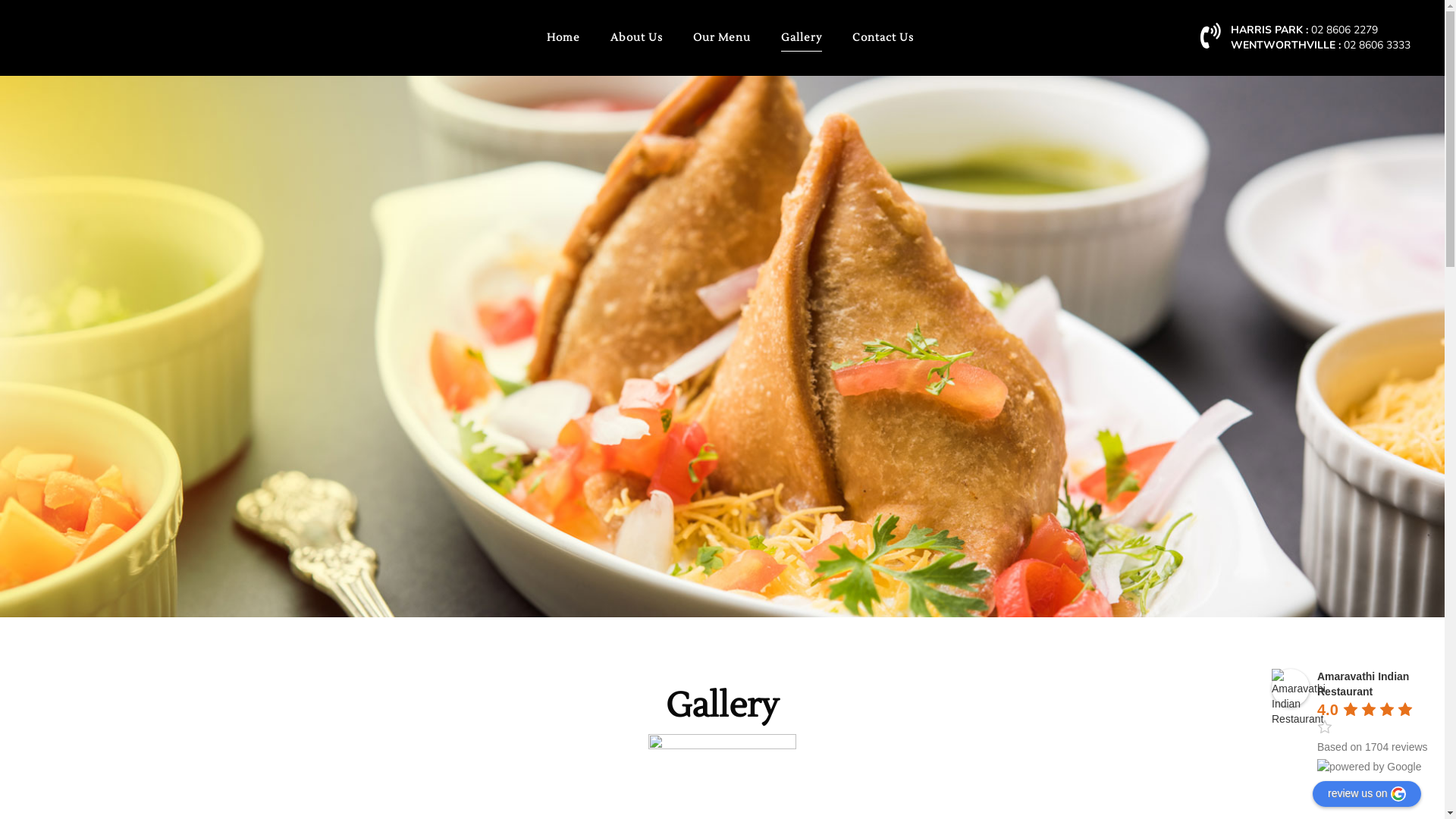 The height and width of the screenshot is (819, 1456). I want to click on 'Amaravathi Indian Restaurant', so click(1271, 687).